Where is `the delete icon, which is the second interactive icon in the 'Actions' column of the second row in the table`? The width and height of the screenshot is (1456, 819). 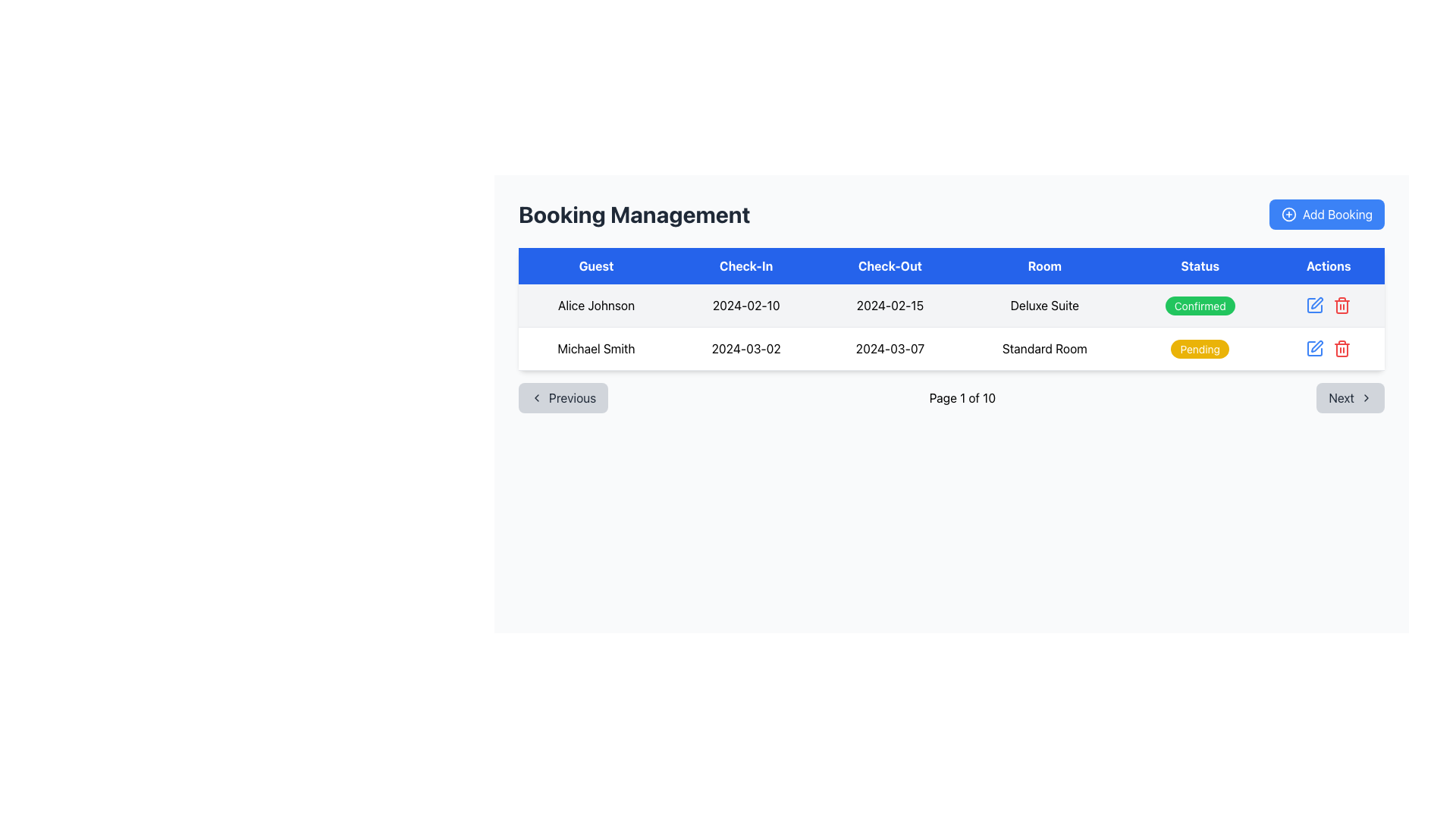 the delete icon, which is the second interactive icon in the 'Actions' column of the second row in the table is located at coordinates (1342, 305).